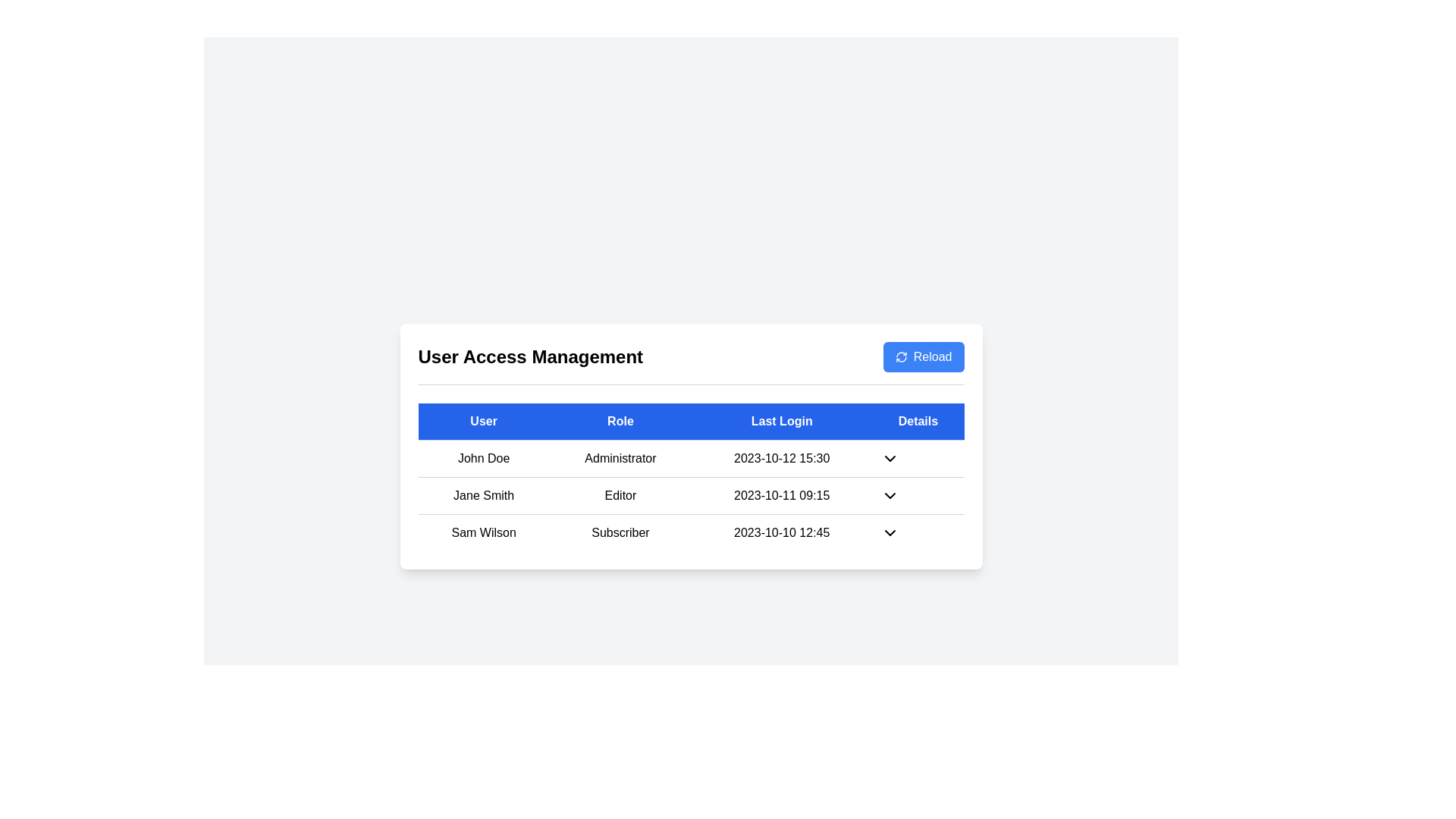 The height and width of the screenshot is (819, 1456). I want to click on the textual header labeled 'User Access Management', which is styled with large, bold, and dark text, located in the upper section of the interface, aligned to the left, so click(530, 356).